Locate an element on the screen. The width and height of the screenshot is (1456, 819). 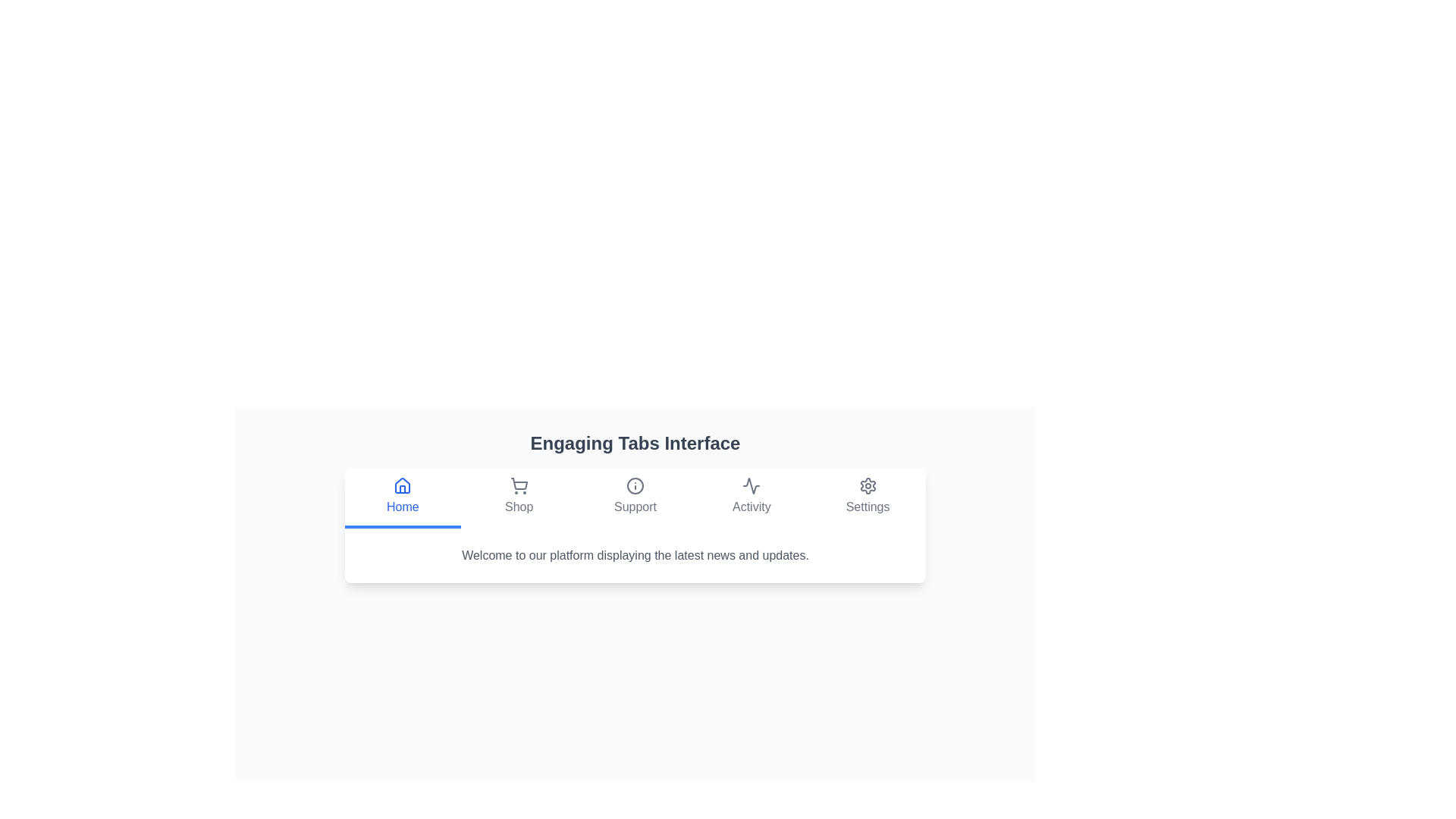
the static text label that displays the section title, which is centrally positioned above the tabbed navigation bar is located at coordinates (635, 444).